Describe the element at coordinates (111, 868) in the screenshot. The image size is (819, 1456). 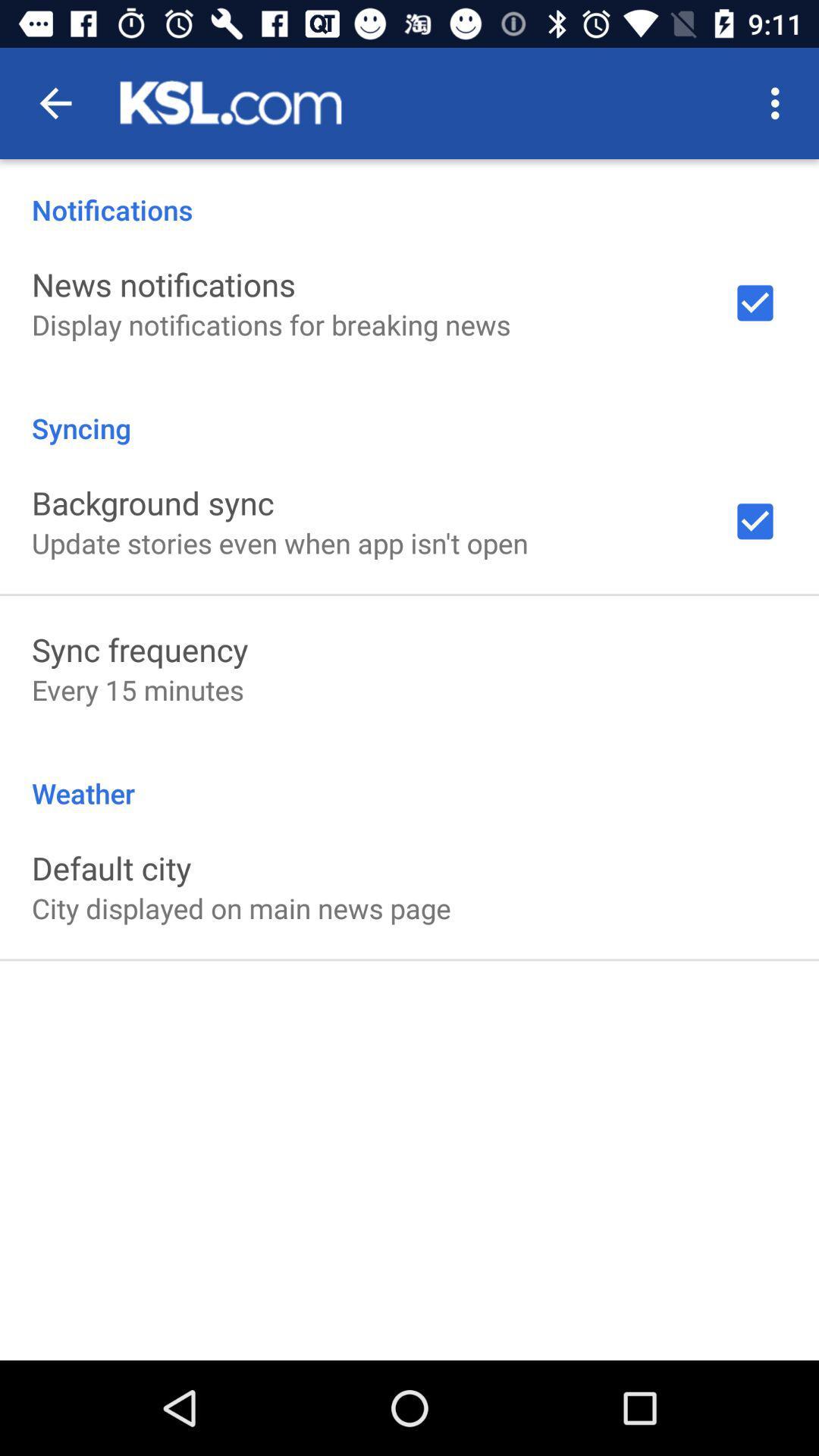
I see `the default city item` at that location.